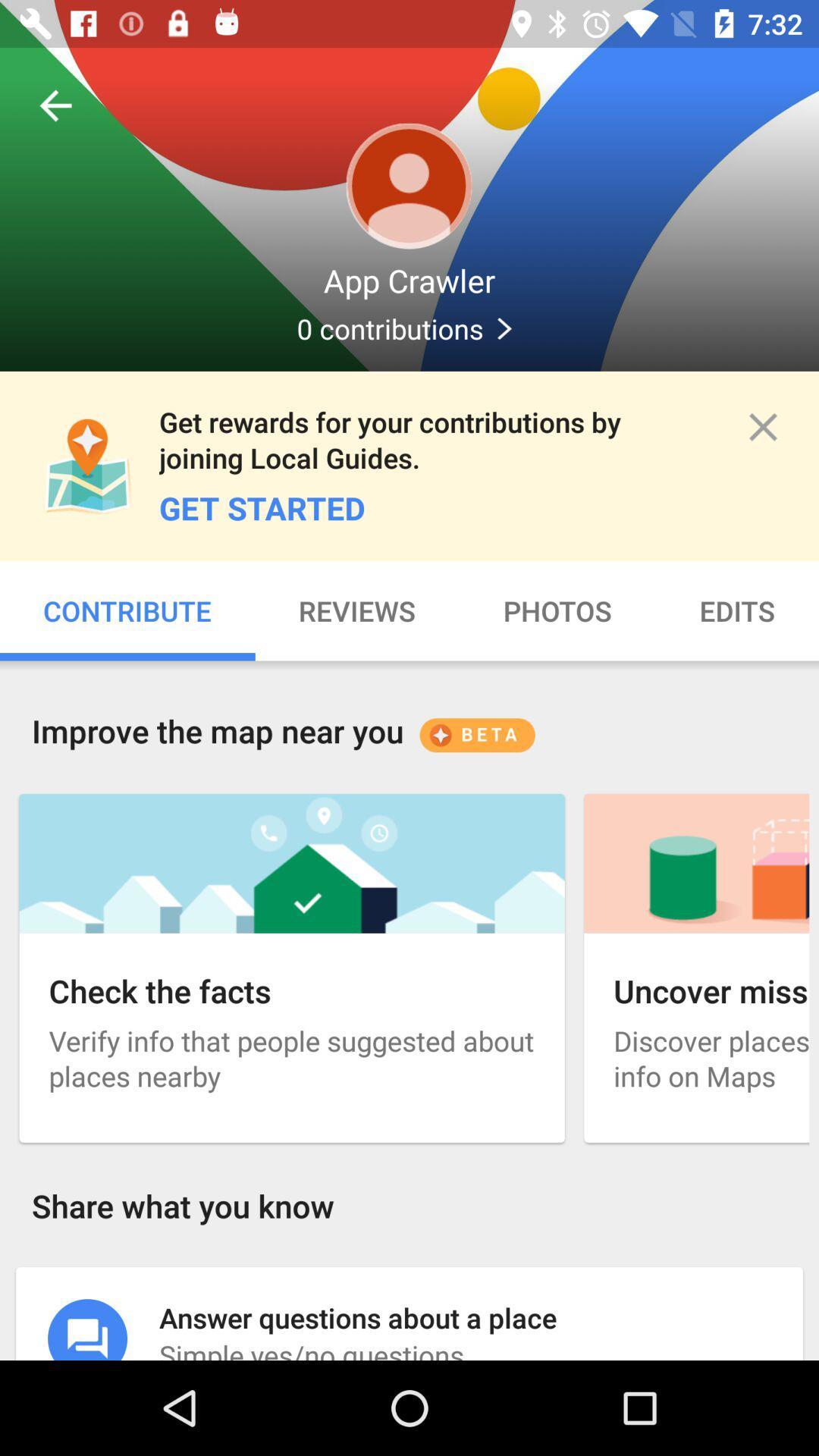 Image resolution: width=819 pixels, height=1456 pixels. Describe the element at coordinates (55, 105) in the screenshot. I see `the item above the app crawler` at that location.